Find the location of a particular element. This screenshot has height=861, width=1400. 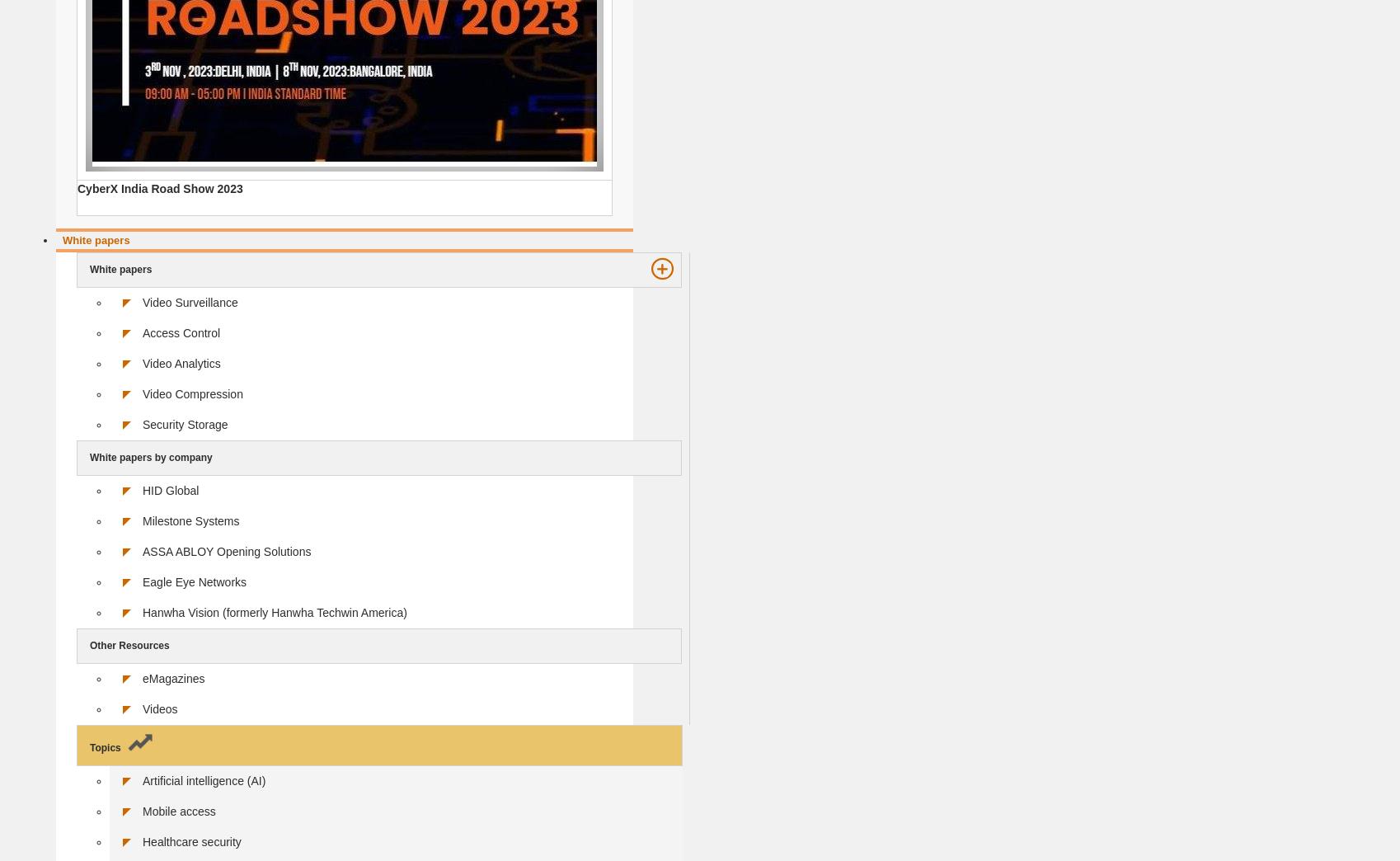

'Milestone Systems' is located at coordinates (190, 521).